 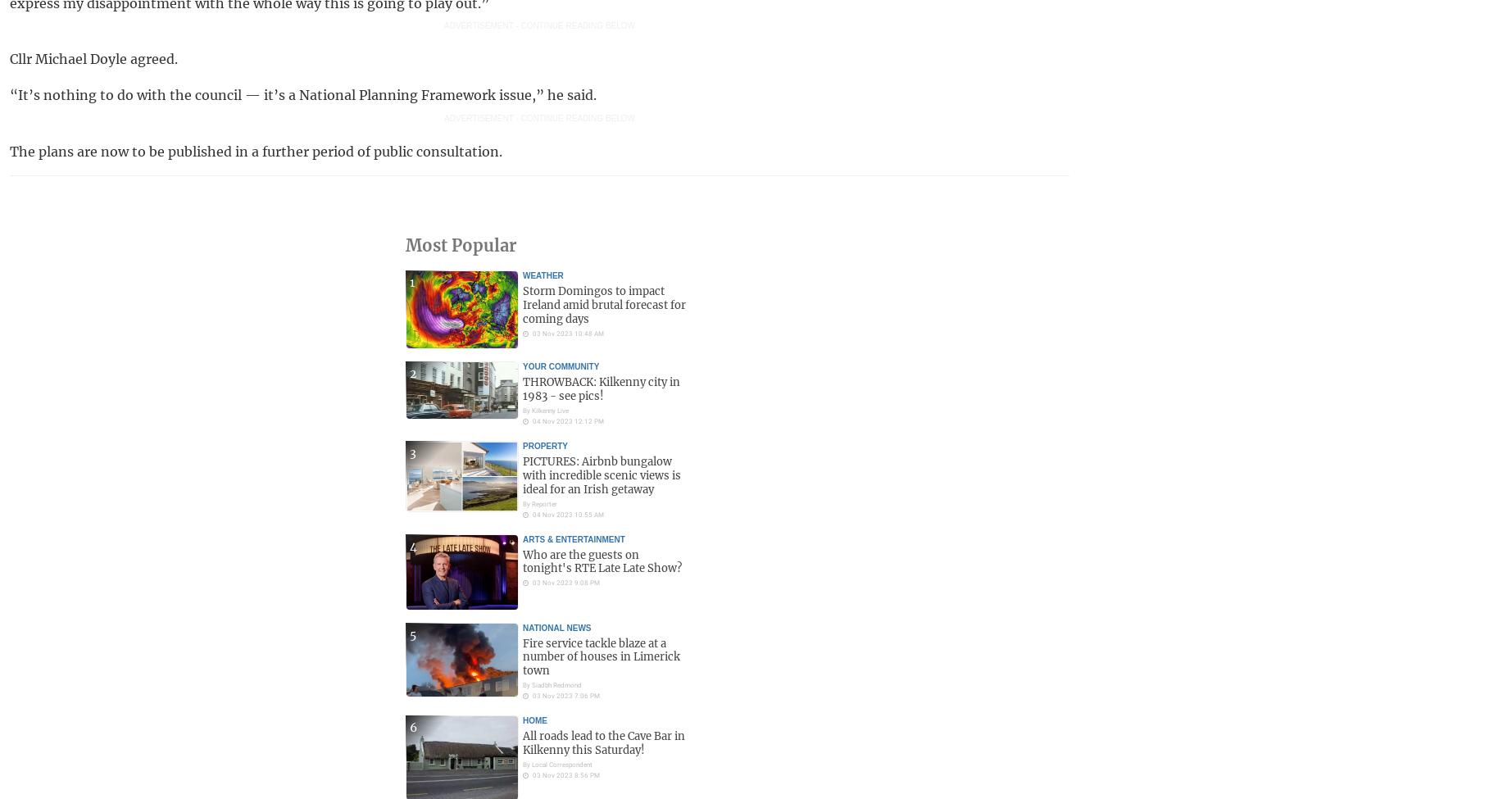 I want to click on 'Property', so click(x=545, y=444).